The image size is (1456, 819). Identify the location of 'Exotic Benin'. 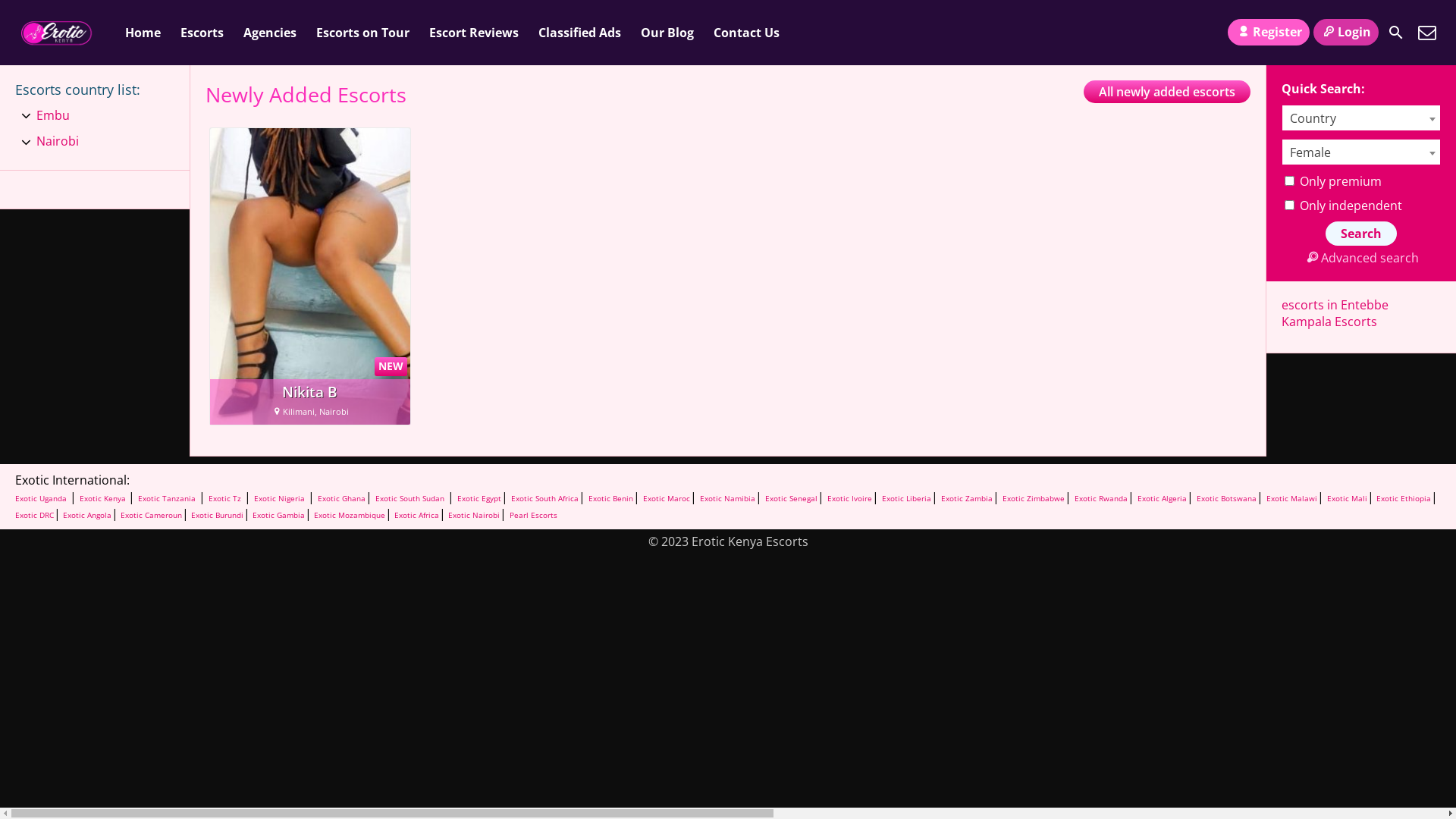
(610, 497).